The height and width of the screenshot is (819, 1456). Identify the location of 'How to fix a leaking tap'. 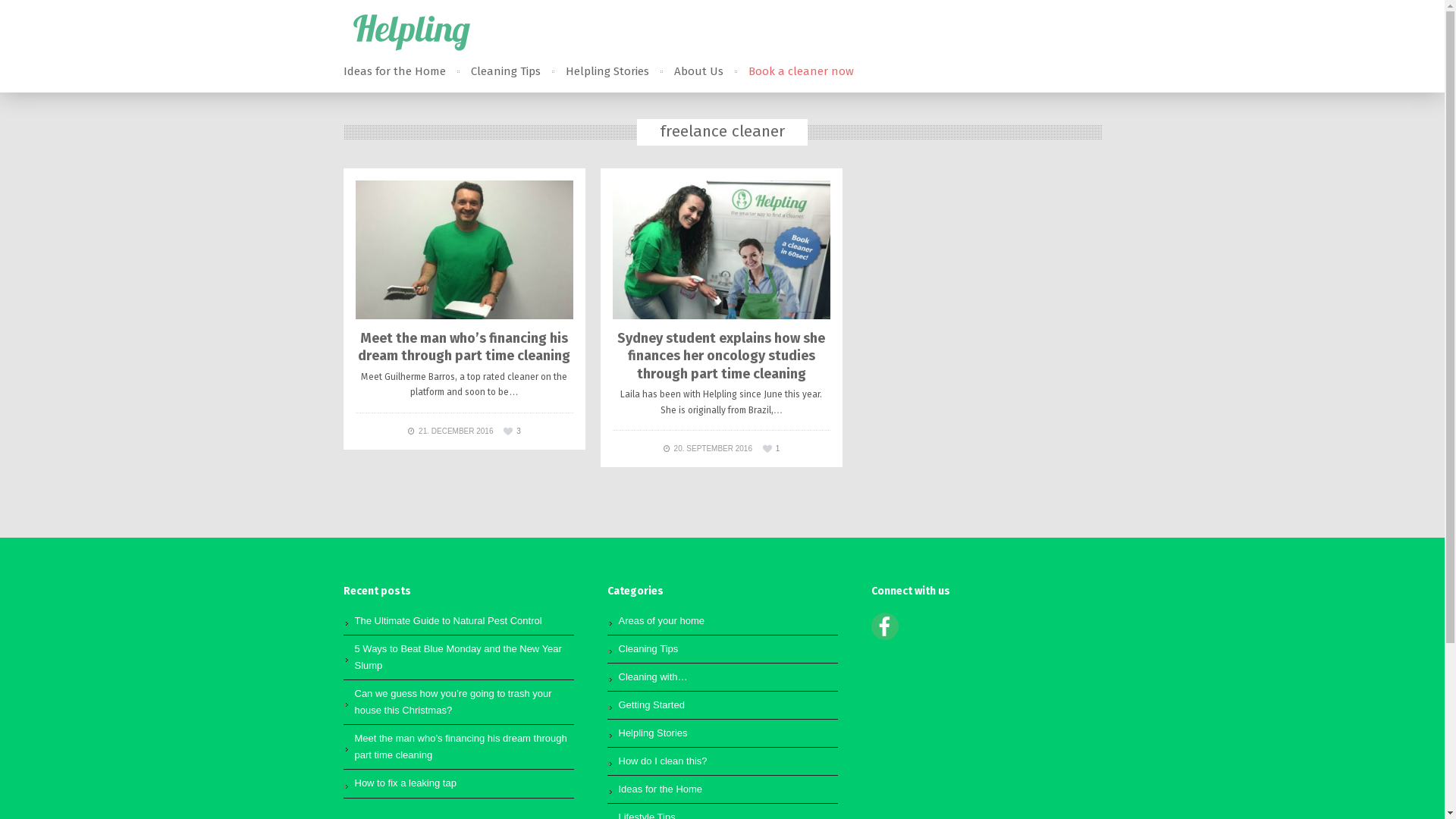
(405, 783).